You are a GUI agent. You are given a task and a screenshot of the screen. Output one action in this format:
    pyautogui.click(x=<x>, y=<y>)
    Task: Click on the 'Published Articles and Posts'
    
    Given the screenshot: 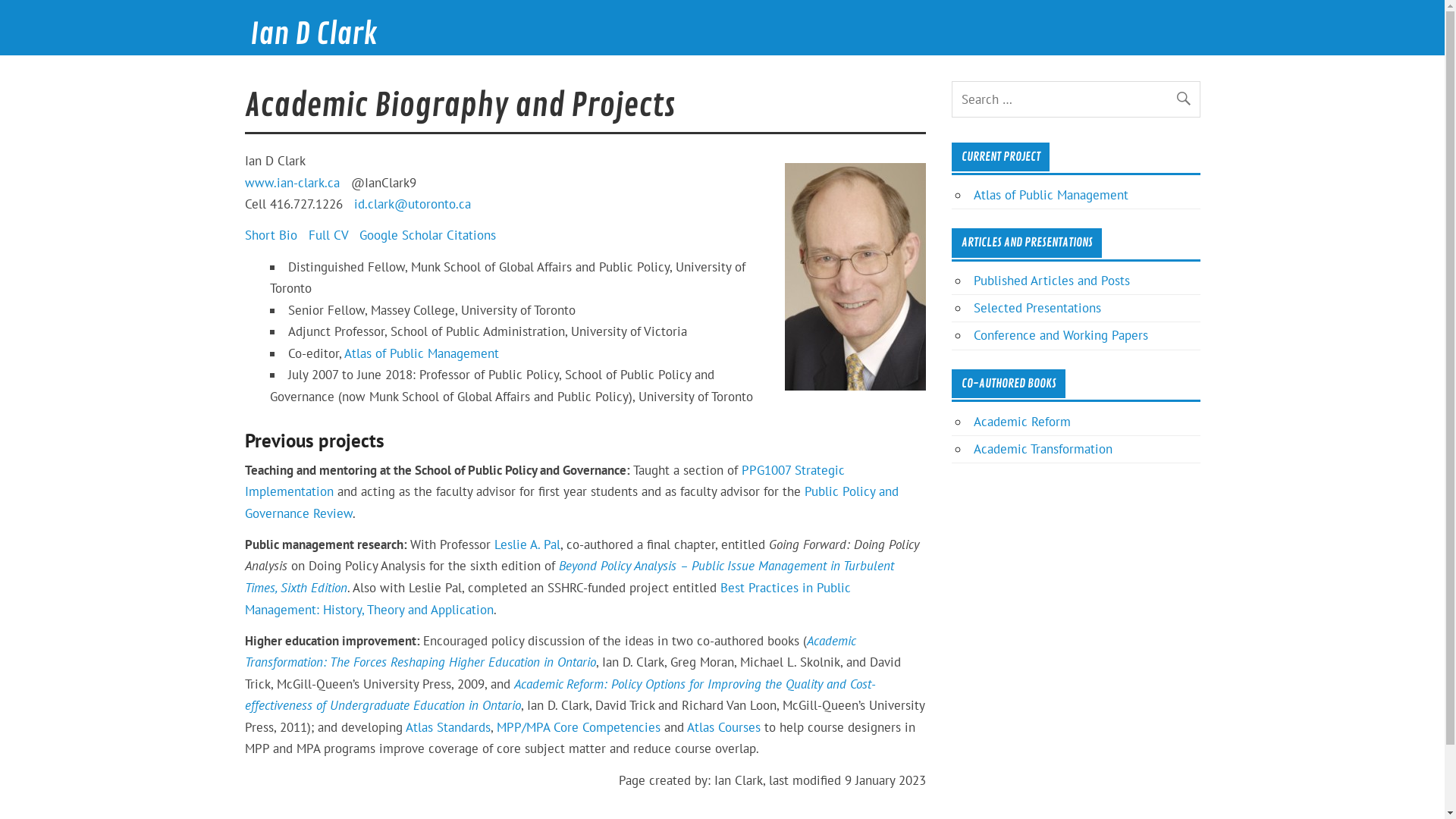 What is the action you would take?
    pyautogui.click(x=973, y=281)
    